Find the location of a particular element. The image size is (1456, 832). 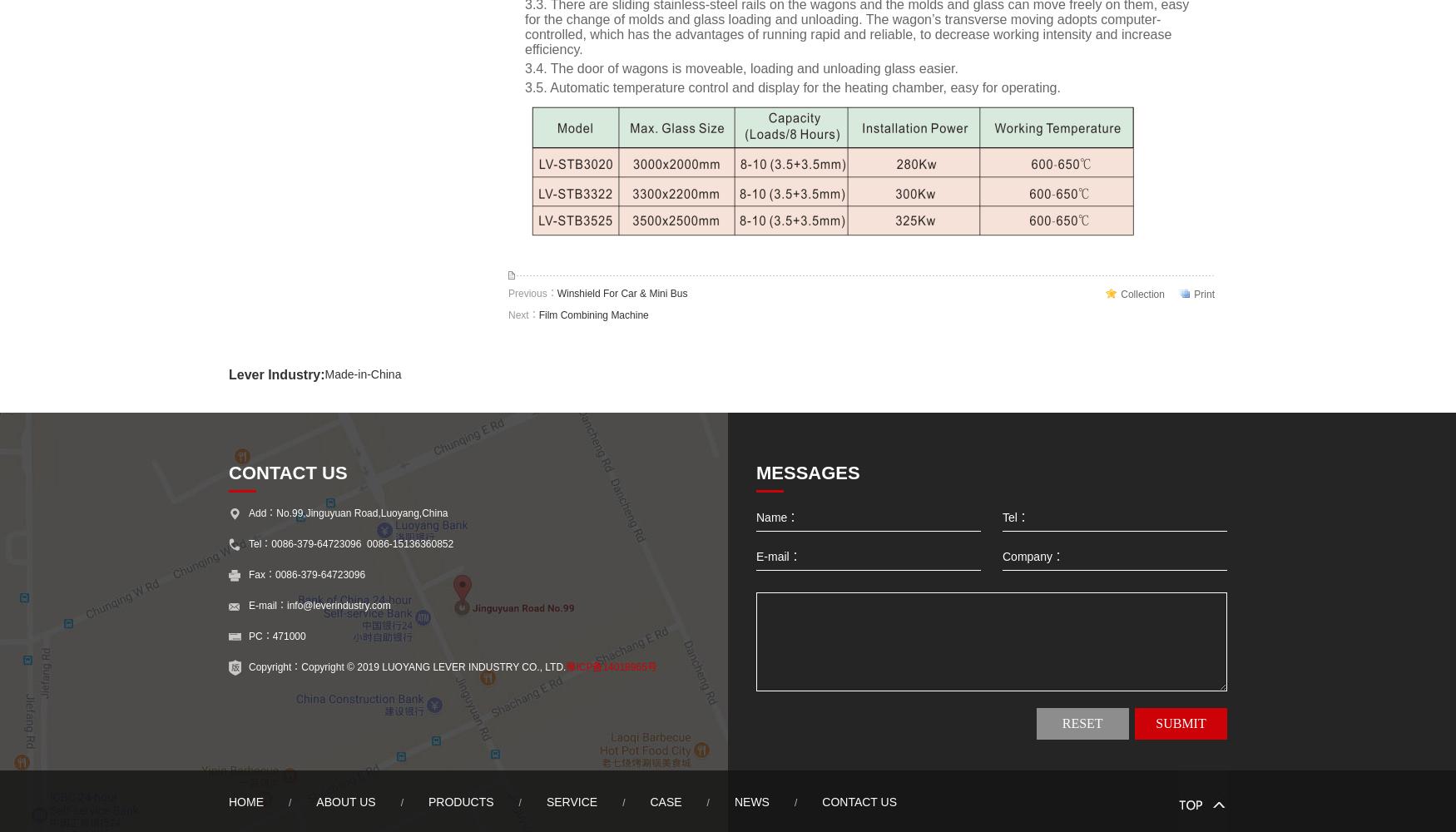

'E-mail：info@leverindustry.com' is located at coordinates (318, 605).